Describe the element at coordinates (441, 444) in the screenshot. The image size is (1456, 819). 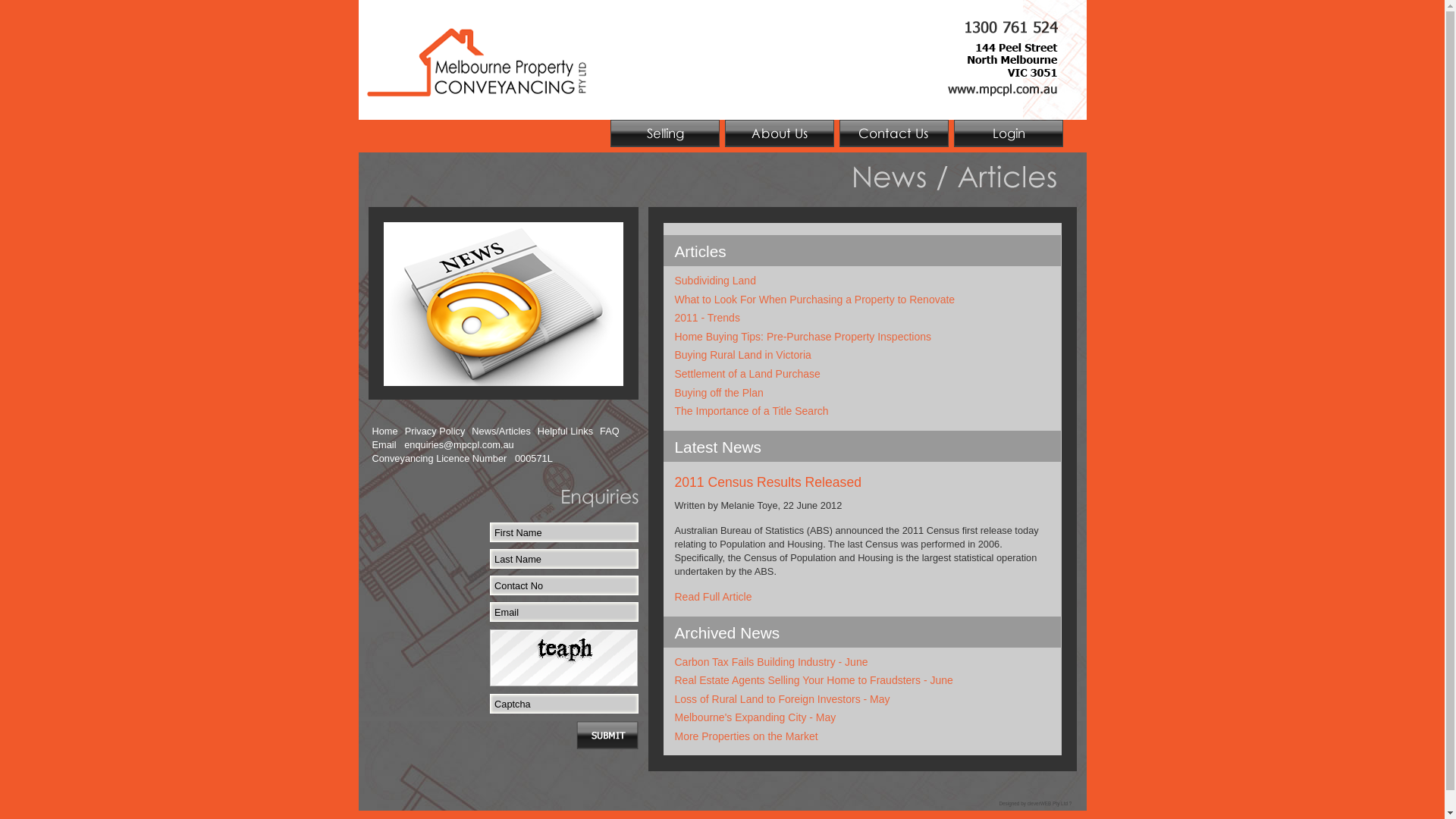
I see `'Email   enquiries@mpcpl.com.au'` at that location.